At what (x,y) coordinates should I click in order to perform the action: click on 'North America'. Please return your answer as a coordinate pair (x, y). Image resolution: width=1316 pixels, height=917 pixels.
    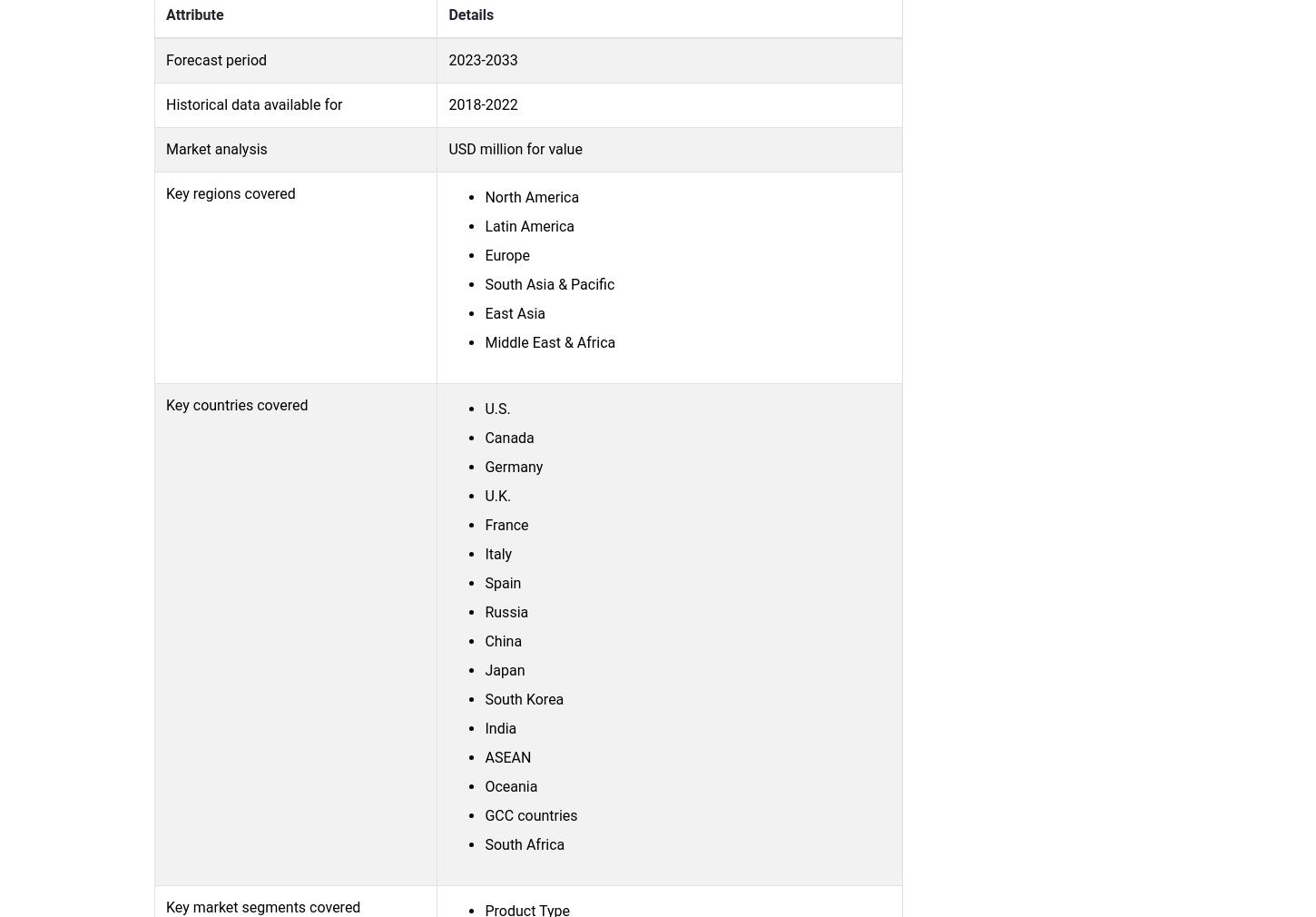
    Looking at the image, I should click on (485, 195).